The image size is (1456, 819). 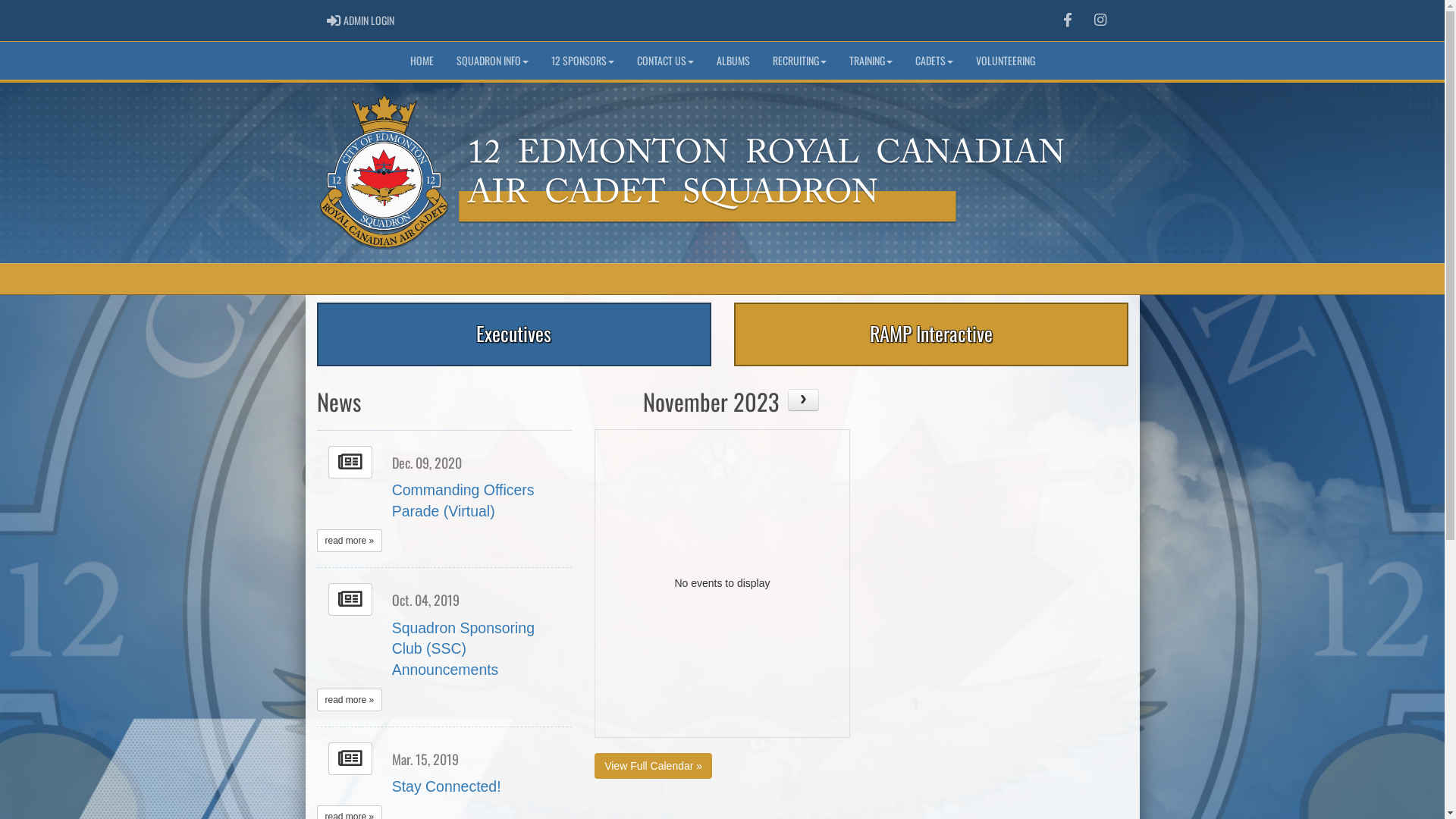 What do you see at coordinates (491, 60) in the screenshot?
I see `'SQUADRON INFO'` at bounding box center [491, 60].